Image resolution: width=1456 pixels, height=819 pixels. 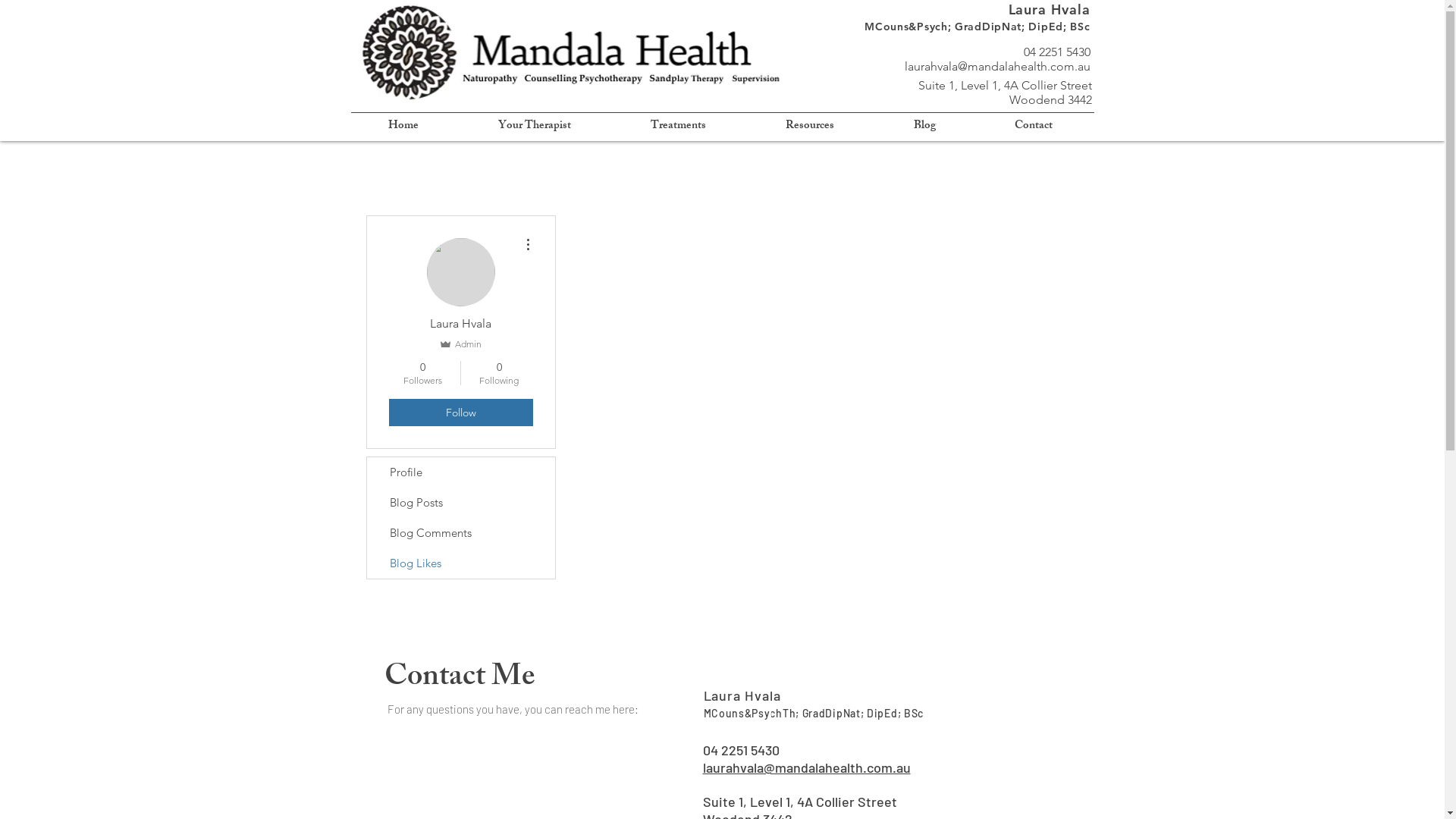 I want to click on '0, so click(x=422, y=373).